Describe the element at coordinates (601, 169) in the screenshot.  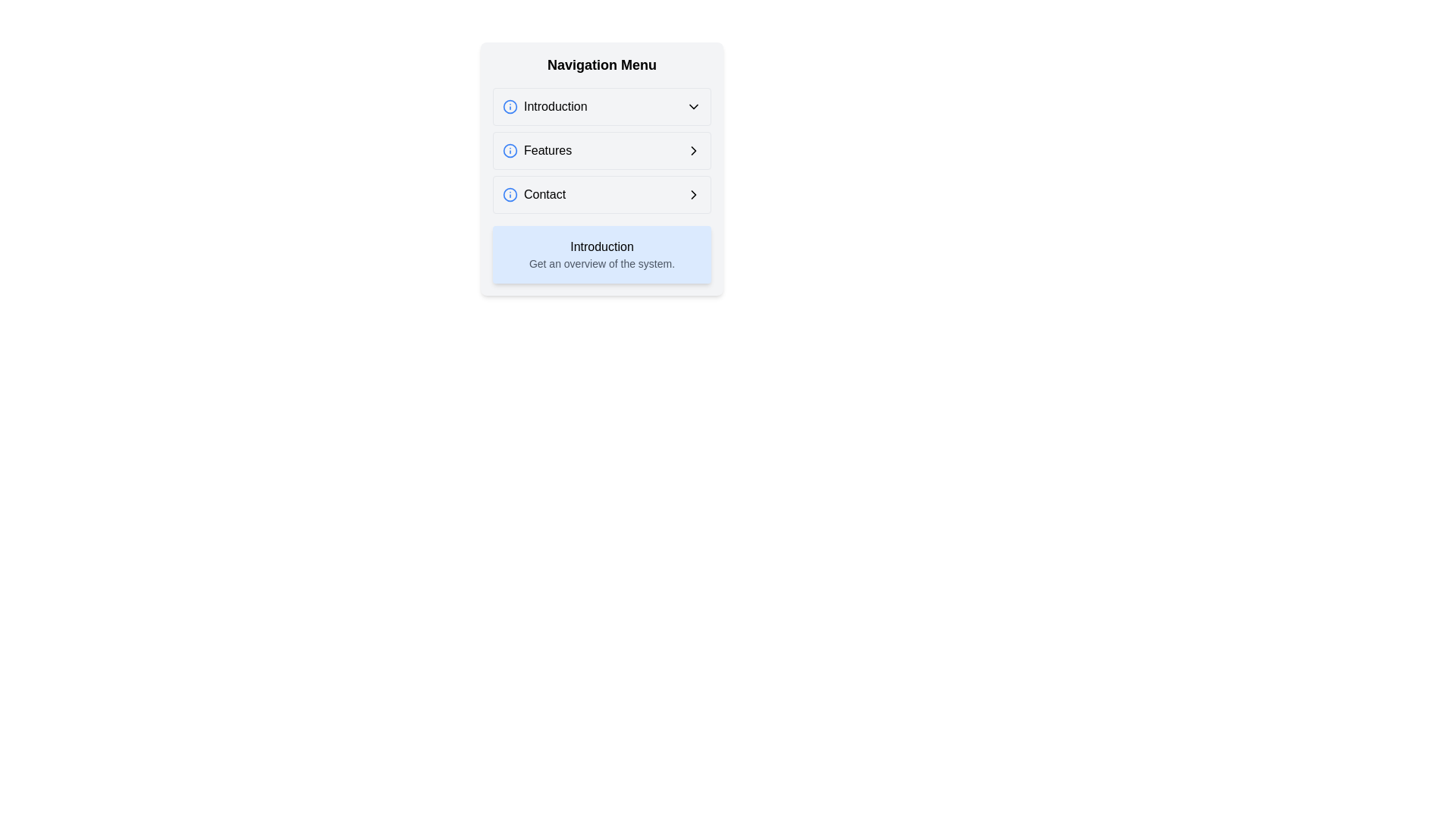
I see `the 'Features' menu item in the Navigation Menu` at that location.